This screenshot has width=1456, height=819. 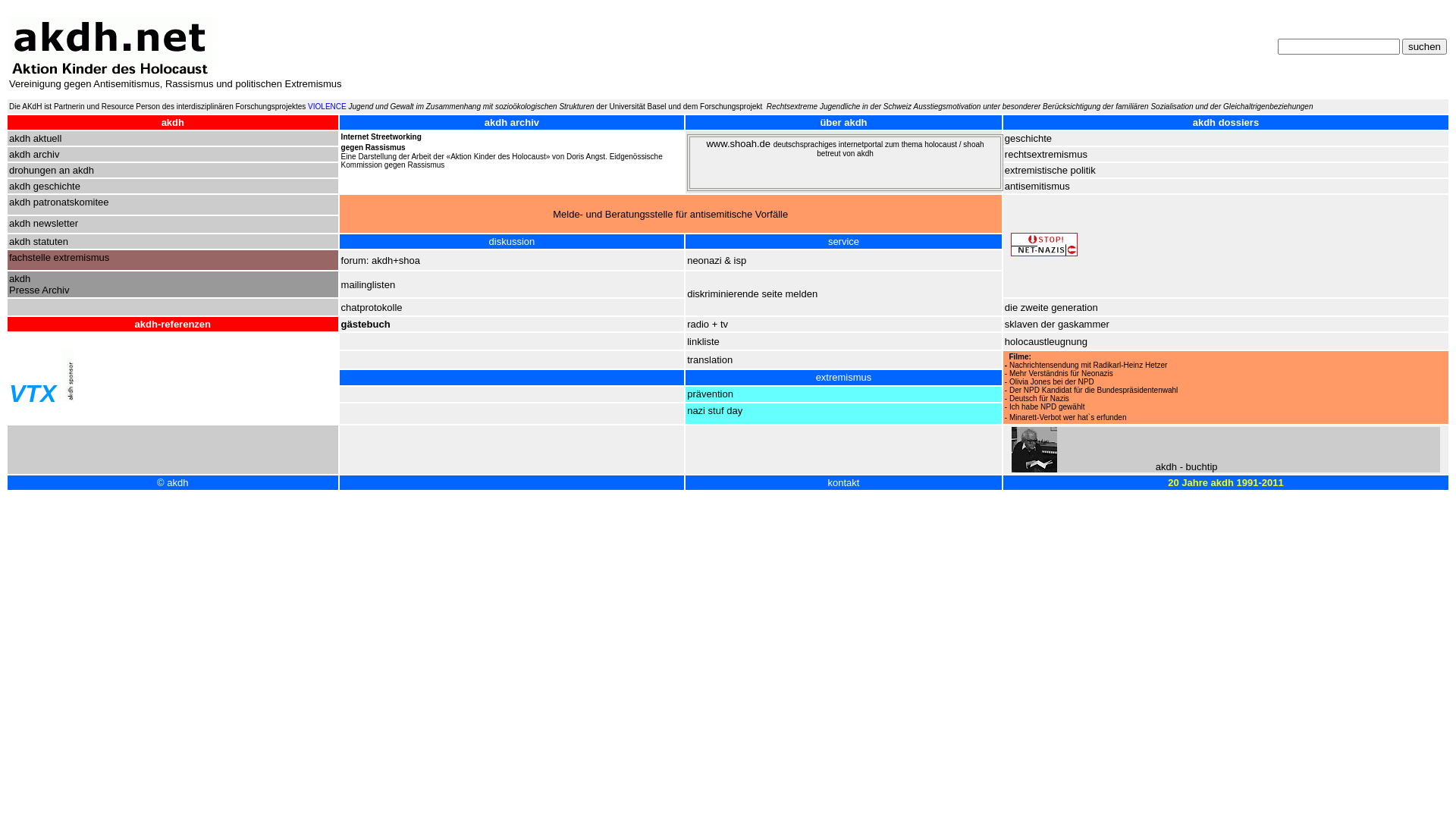 What do you see at coordinates (9, 256) in the screenshot?
I see `'fachstelle extremismus'` at bounding box center [9, 256].